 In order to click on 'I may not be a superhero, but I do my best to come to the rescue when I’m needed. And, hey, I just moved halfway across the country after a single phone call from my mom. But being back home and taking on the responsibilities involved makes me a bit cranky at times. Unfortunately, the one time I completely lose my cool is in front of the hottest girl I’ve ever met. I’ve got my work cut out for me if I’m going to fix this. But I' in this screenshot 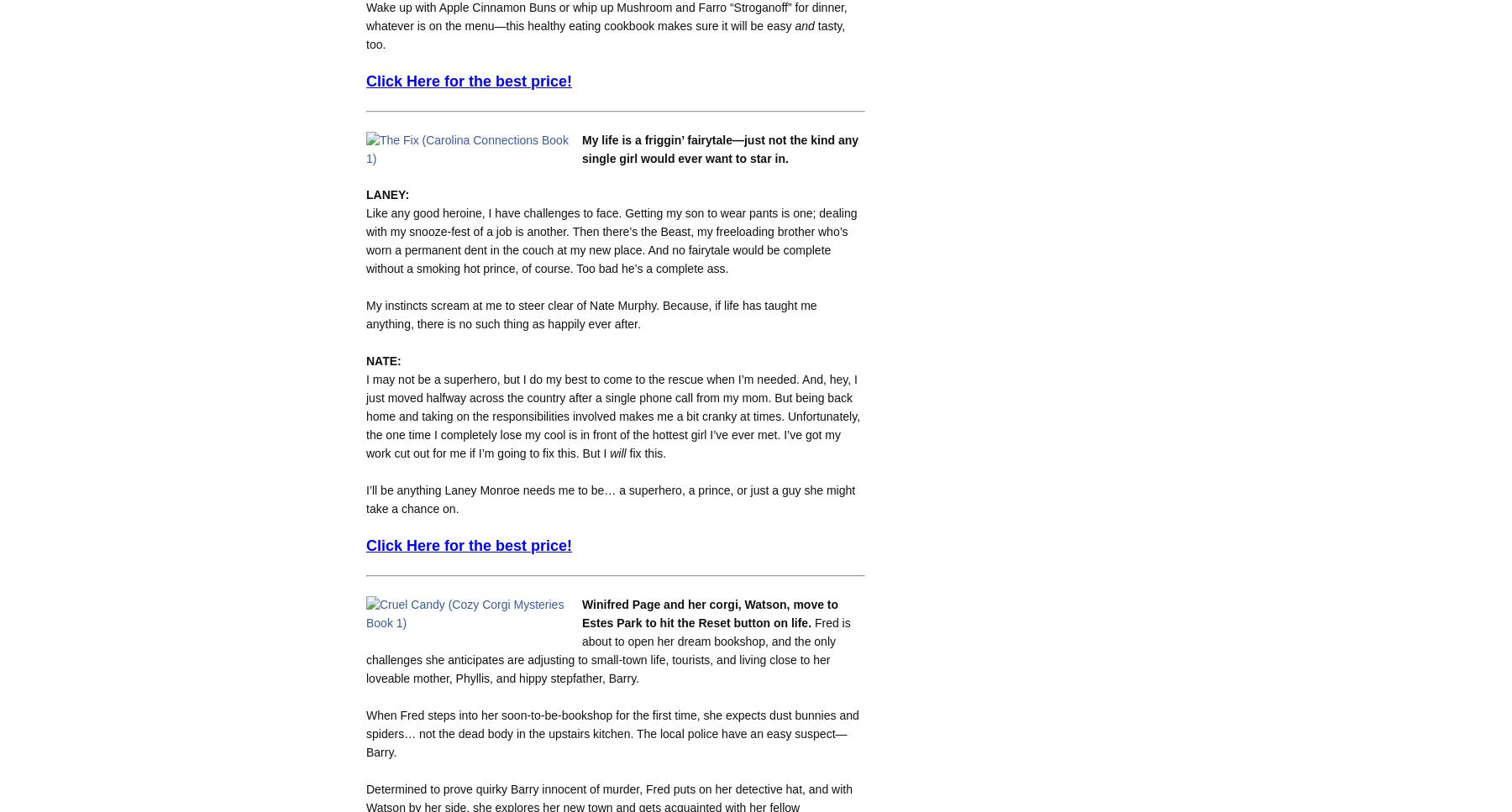, I will do `click(612, 415)`.